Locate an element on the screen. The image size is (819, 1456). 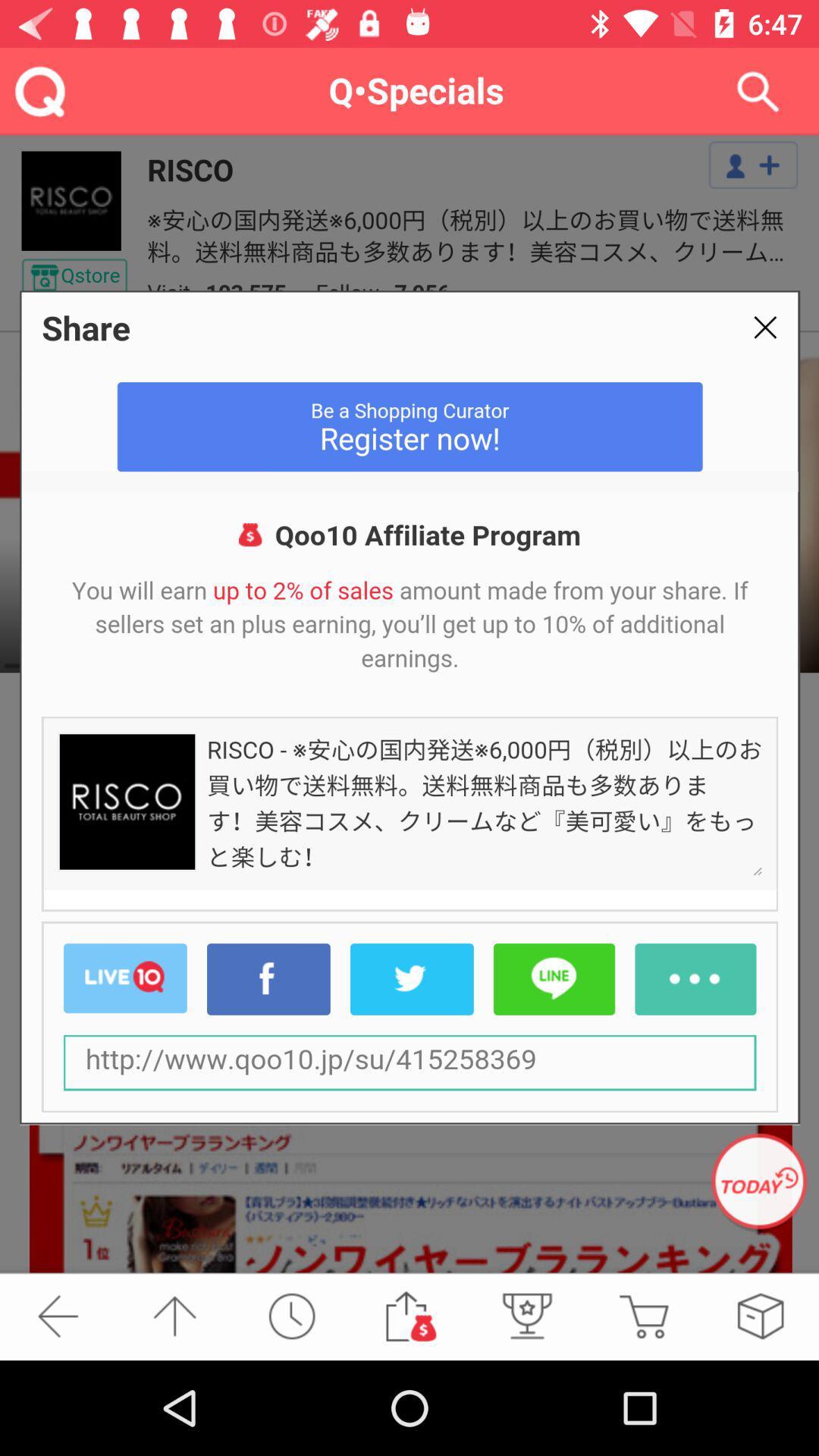
the arrow_upward icon is located at coordinates (174, 1315).